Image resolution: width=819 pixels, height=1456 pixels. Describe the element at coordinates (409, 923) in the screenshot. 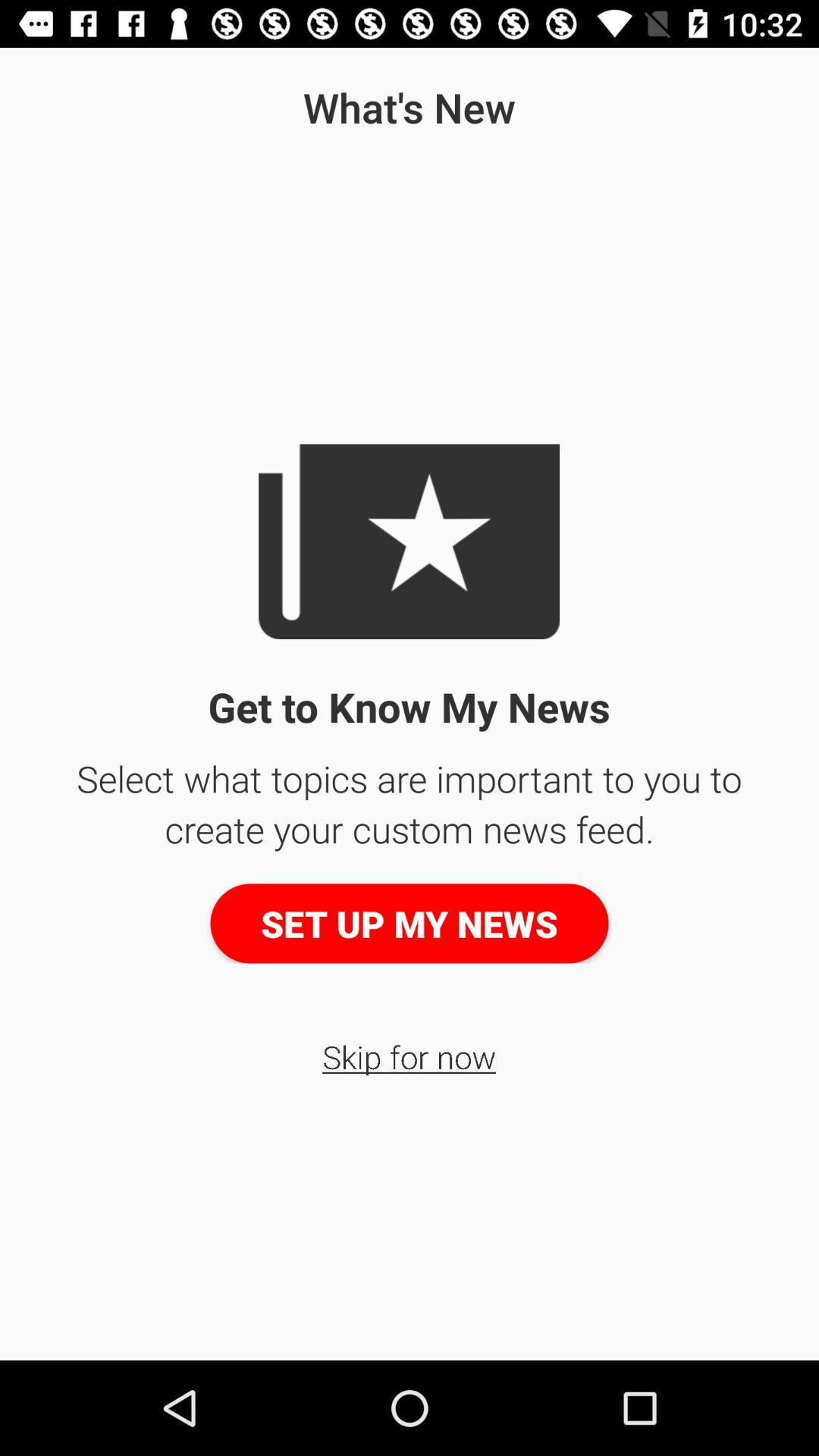

I see `the icon below select what topics` at that location.